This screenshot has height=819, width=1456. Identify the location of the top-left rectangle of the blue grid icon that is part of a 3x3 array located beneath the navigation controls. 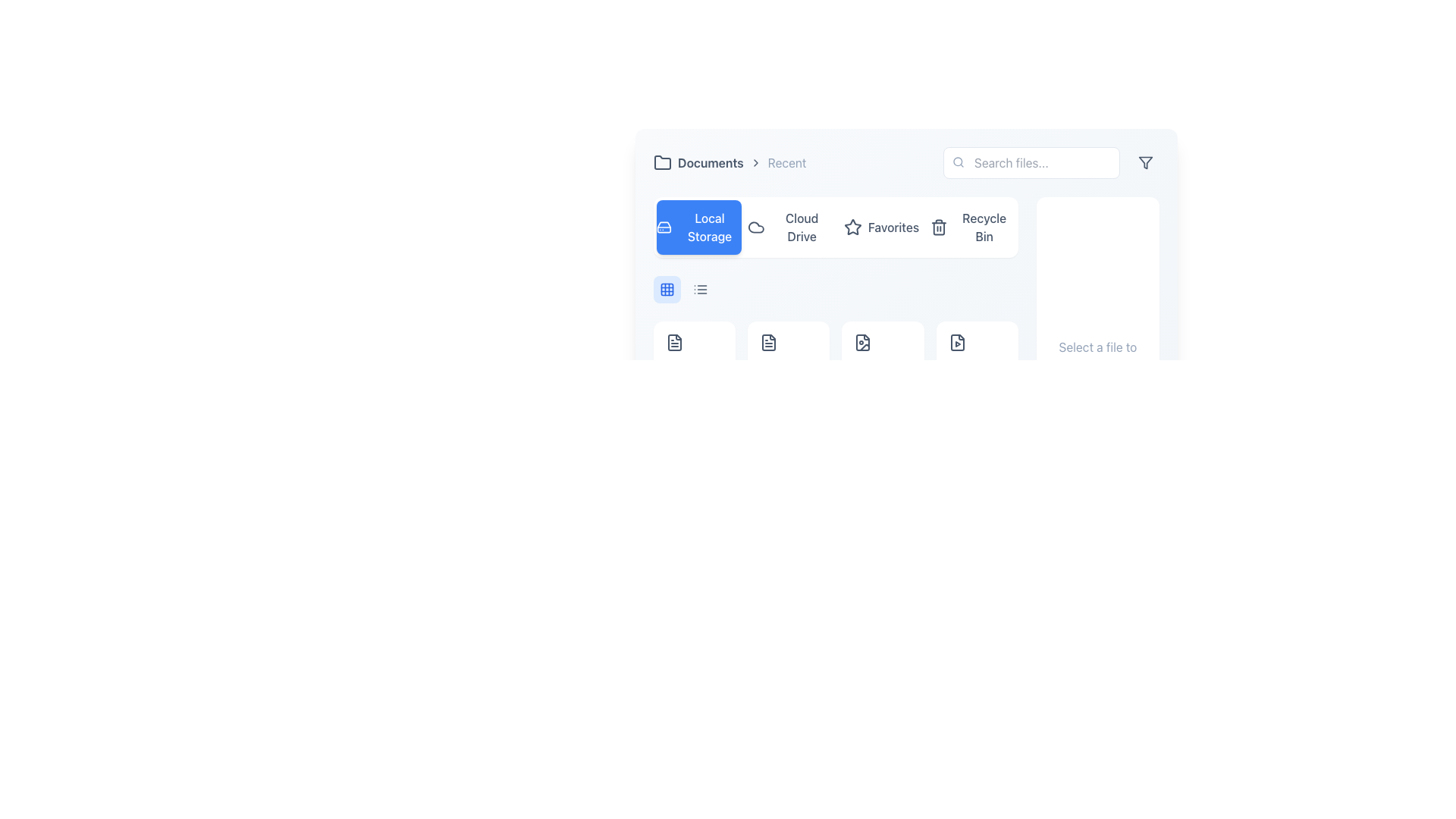
(667, 289).